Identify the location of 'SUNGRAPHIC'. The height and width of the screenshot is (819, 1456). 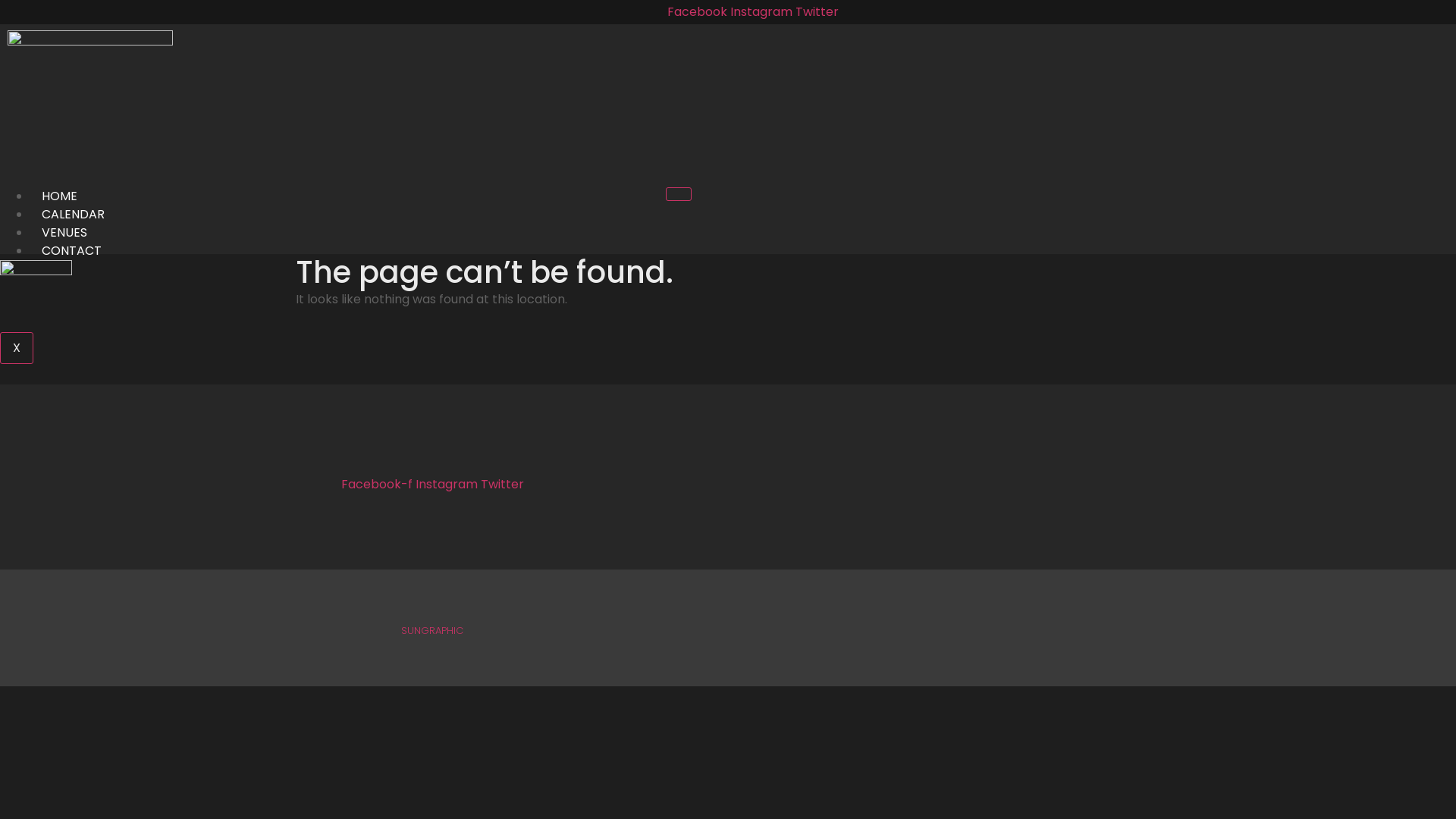
(431, 630).